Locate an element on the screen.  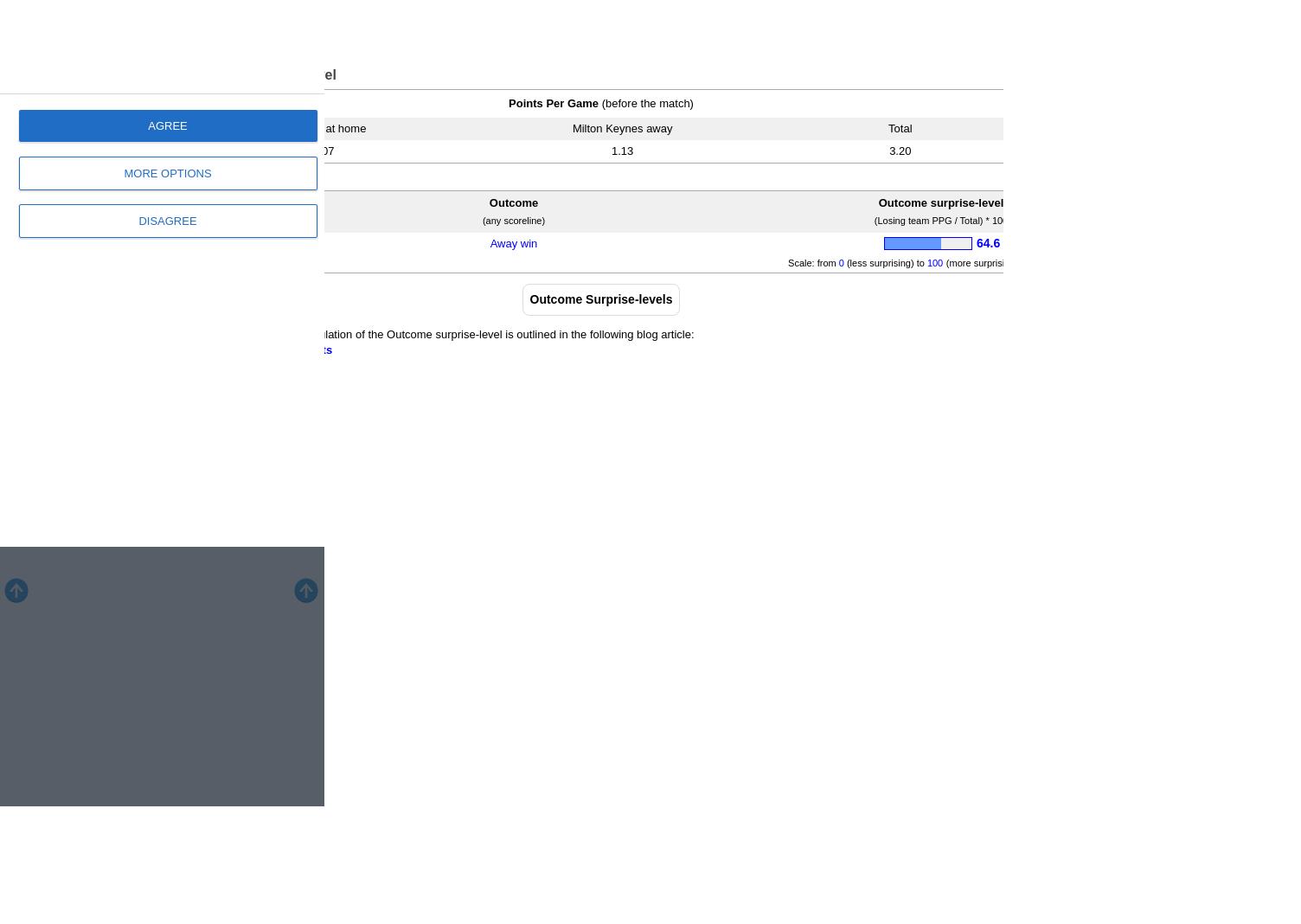
'(less surprising) to' is located at coordinates (885, 261).